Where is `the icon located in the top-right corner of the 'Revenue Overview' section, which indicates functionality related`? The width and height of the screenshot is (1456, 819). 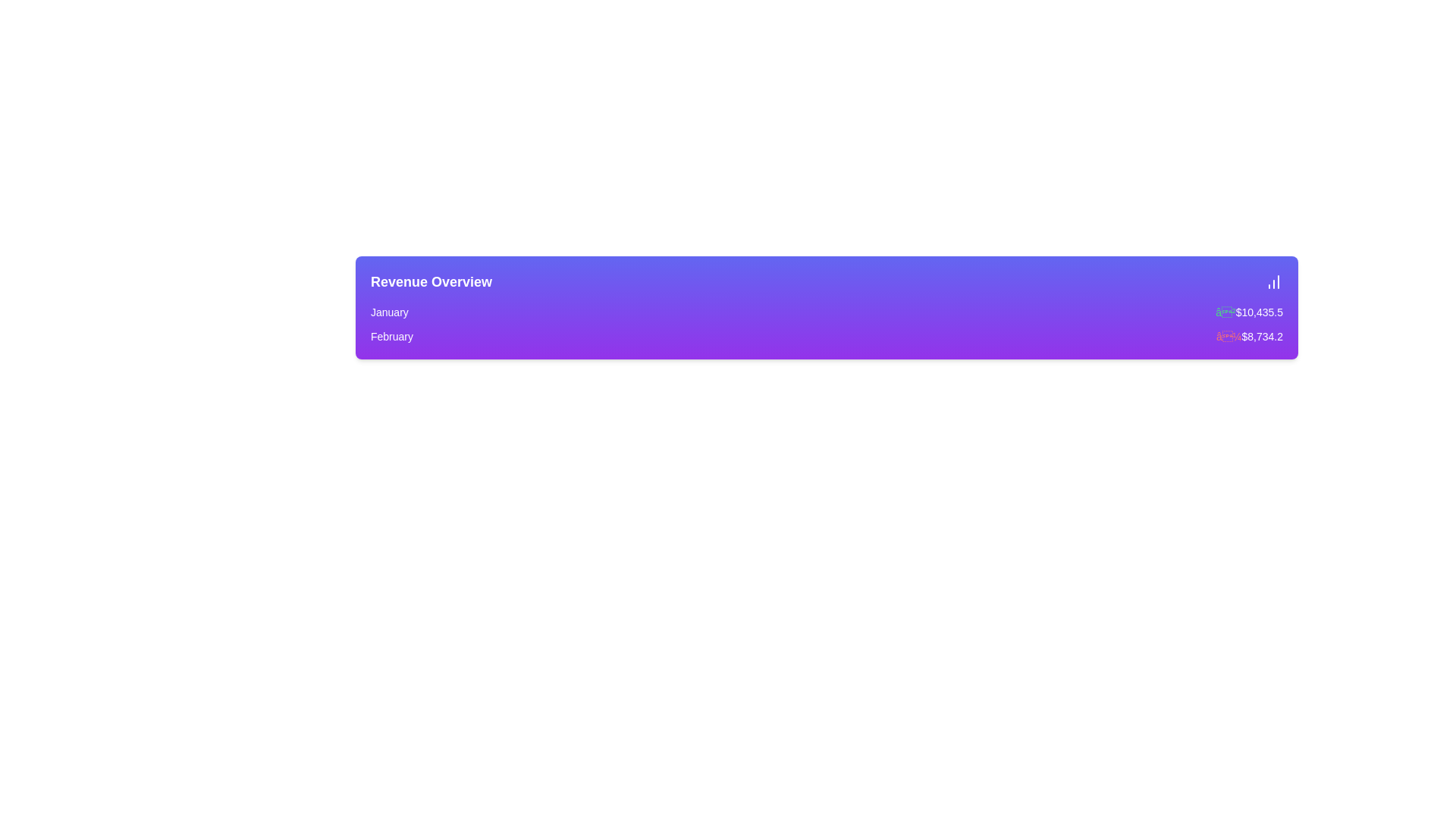 the icon located in the top-right corner of the 'Revenue Overview' section, which indicates functionality related is located at coordinates (1274, 281).